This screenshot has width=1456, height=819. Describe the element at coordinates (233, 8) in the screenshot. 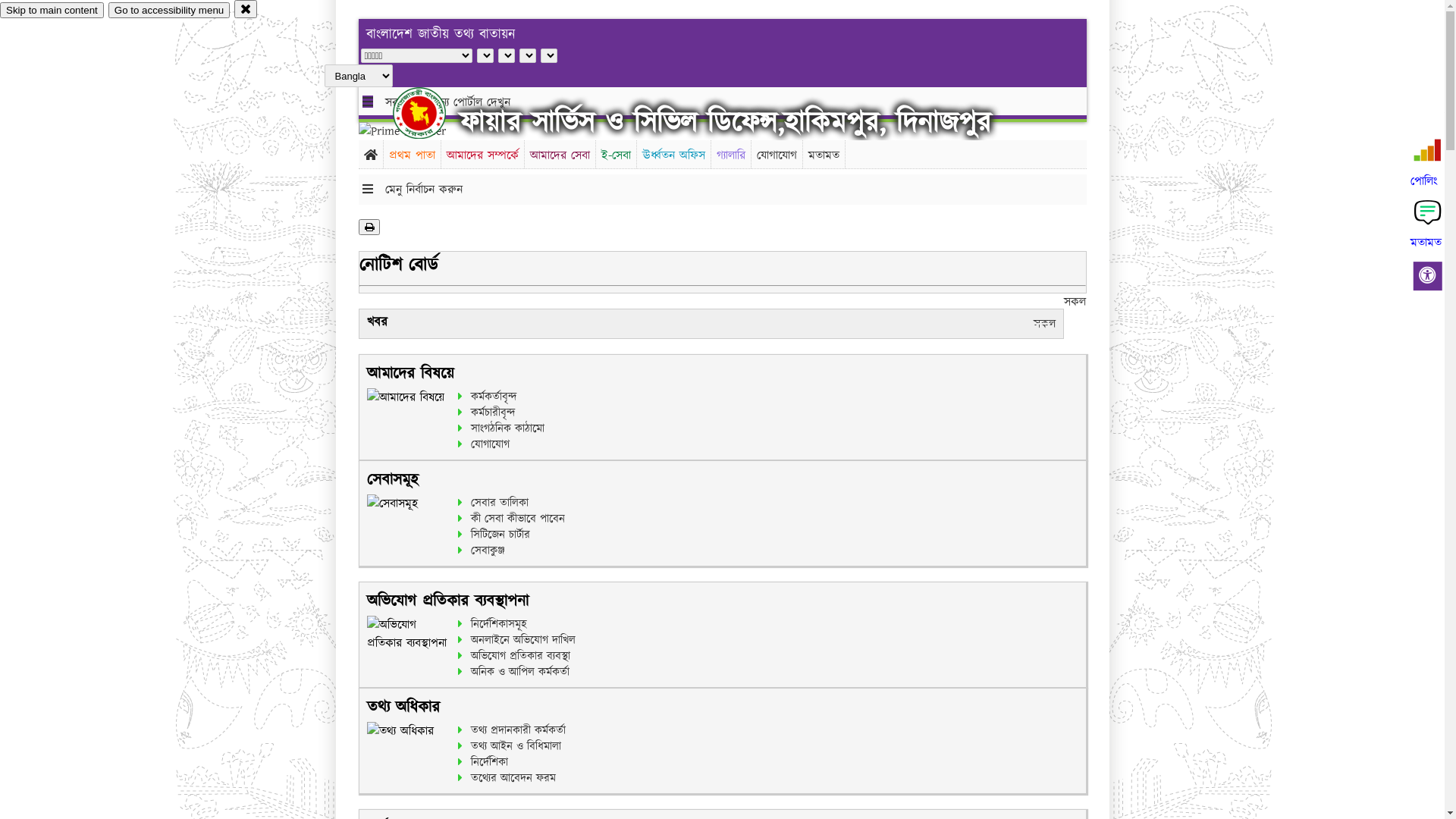

I see `'close'` at that location.